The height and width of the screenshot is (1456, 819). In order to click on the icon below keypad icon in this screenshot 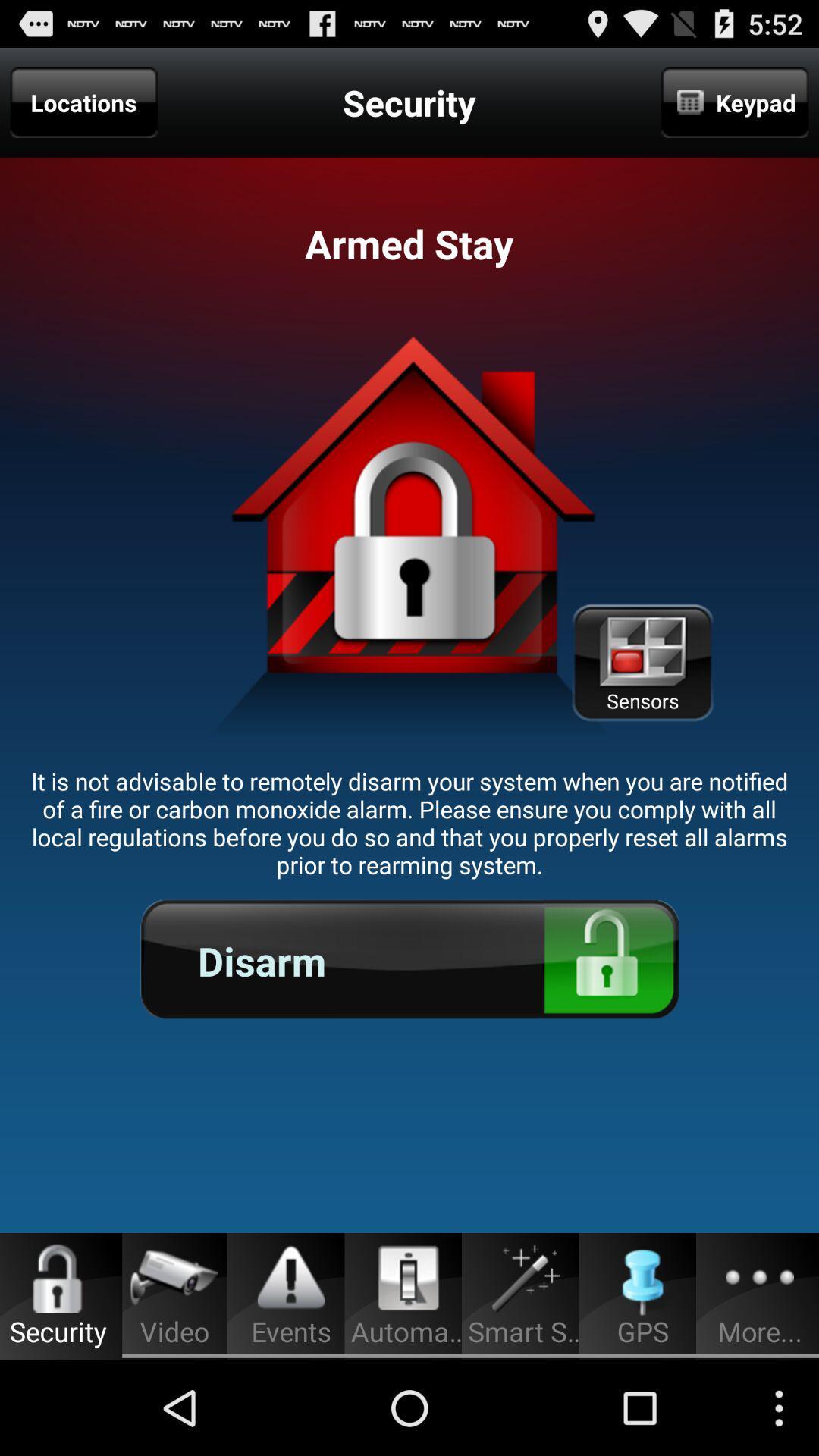, I will do `click(642, 663)`.